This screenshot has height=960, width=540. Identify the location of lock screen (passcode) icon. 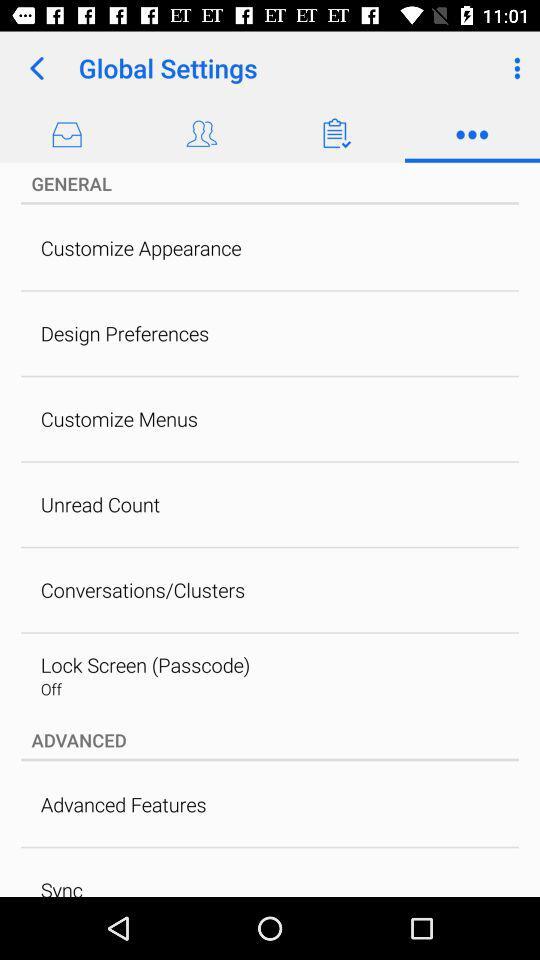
(144, 665).